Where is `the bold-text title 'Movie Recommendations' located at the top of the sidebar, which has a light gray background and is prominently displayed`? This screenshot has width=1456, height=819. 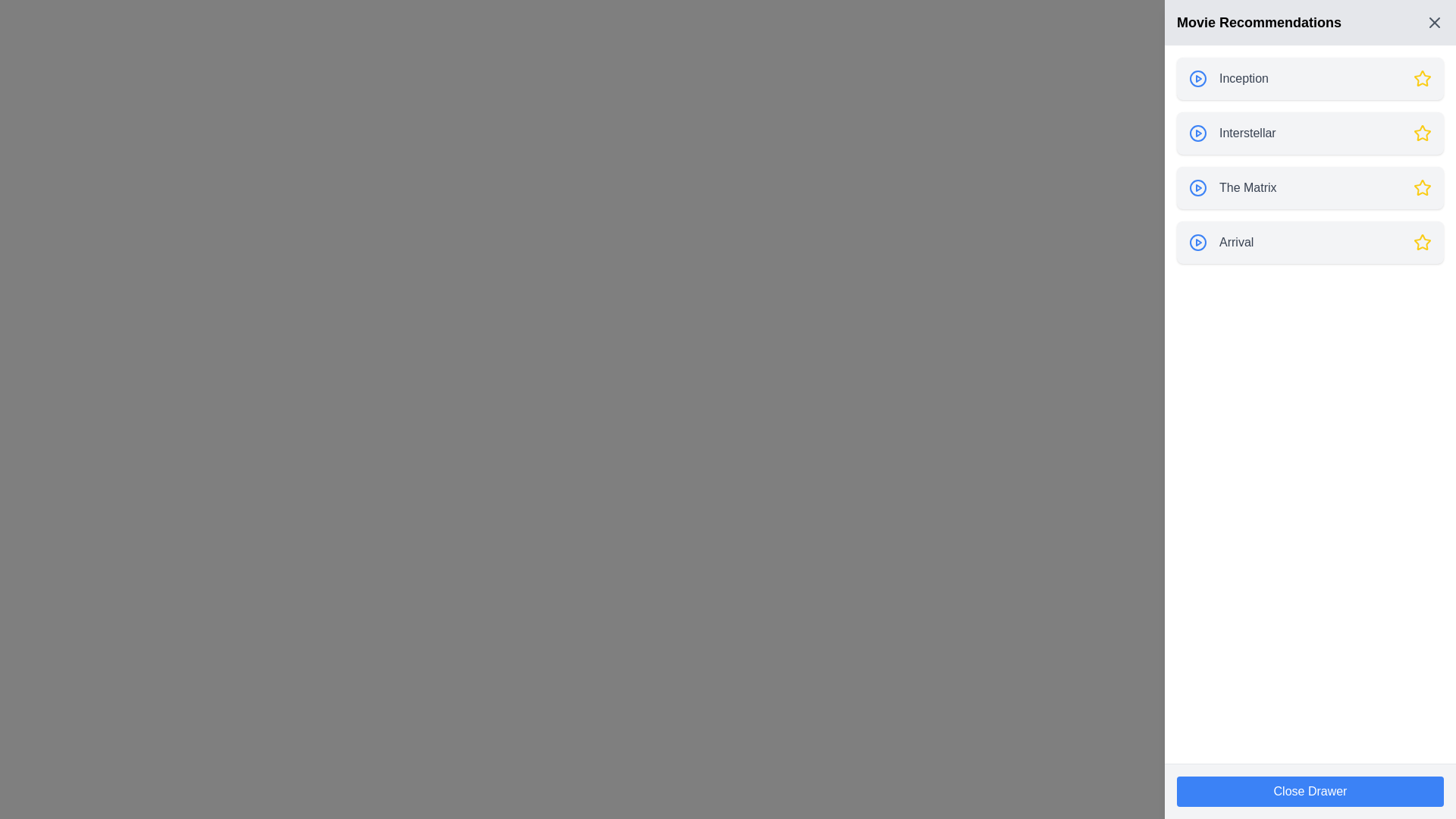
the bold-text title 'Movie Recommendations' located at the top of the sidebar, which has a light gray background and is prominently displayed is located at coordinates (1259, 23).